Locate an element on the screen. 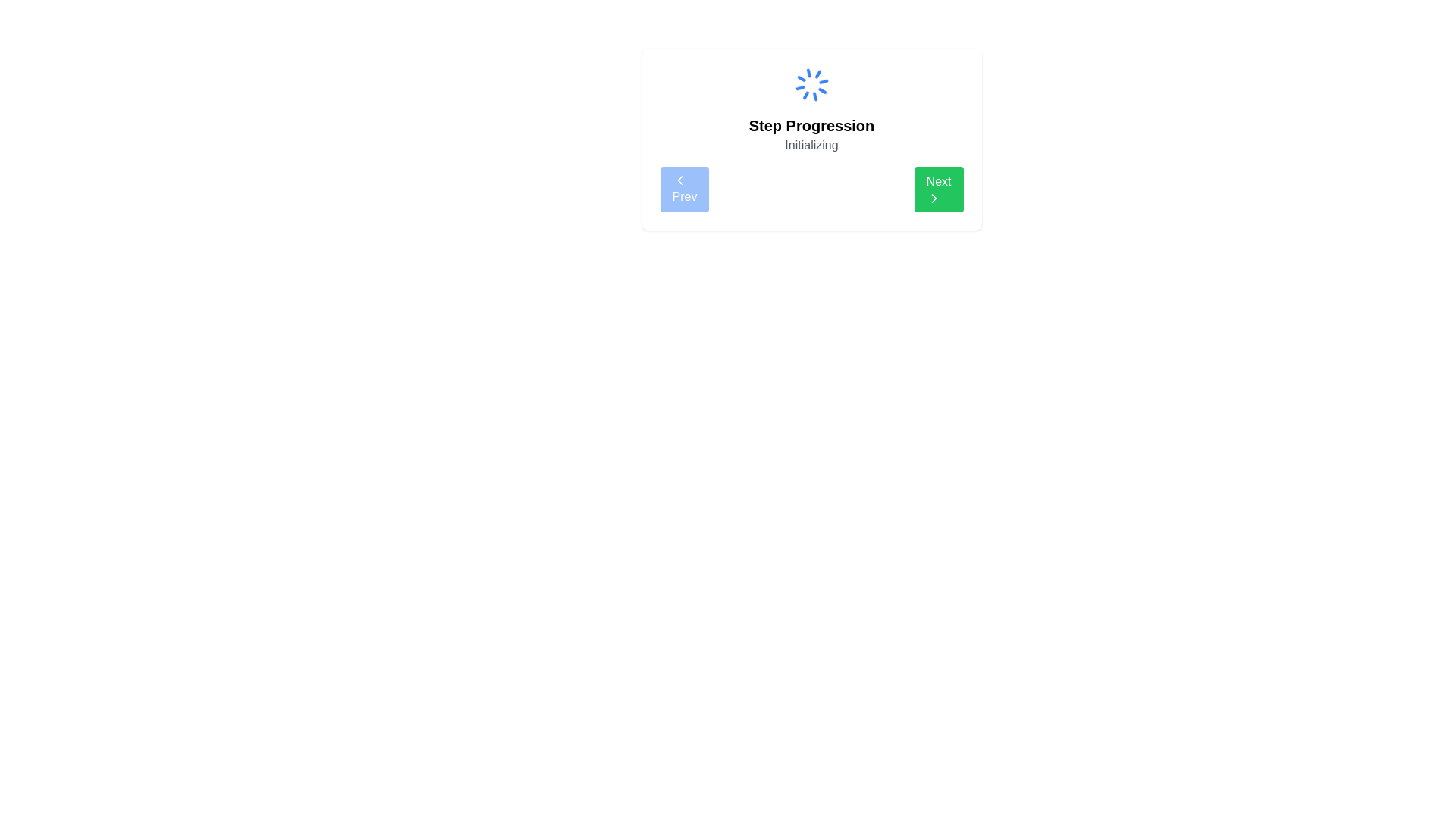  the text label displaying 'Initializing' which is positioned below the 'Step Progression' heading and above the navigation bar is located at coordinates (811, 146).